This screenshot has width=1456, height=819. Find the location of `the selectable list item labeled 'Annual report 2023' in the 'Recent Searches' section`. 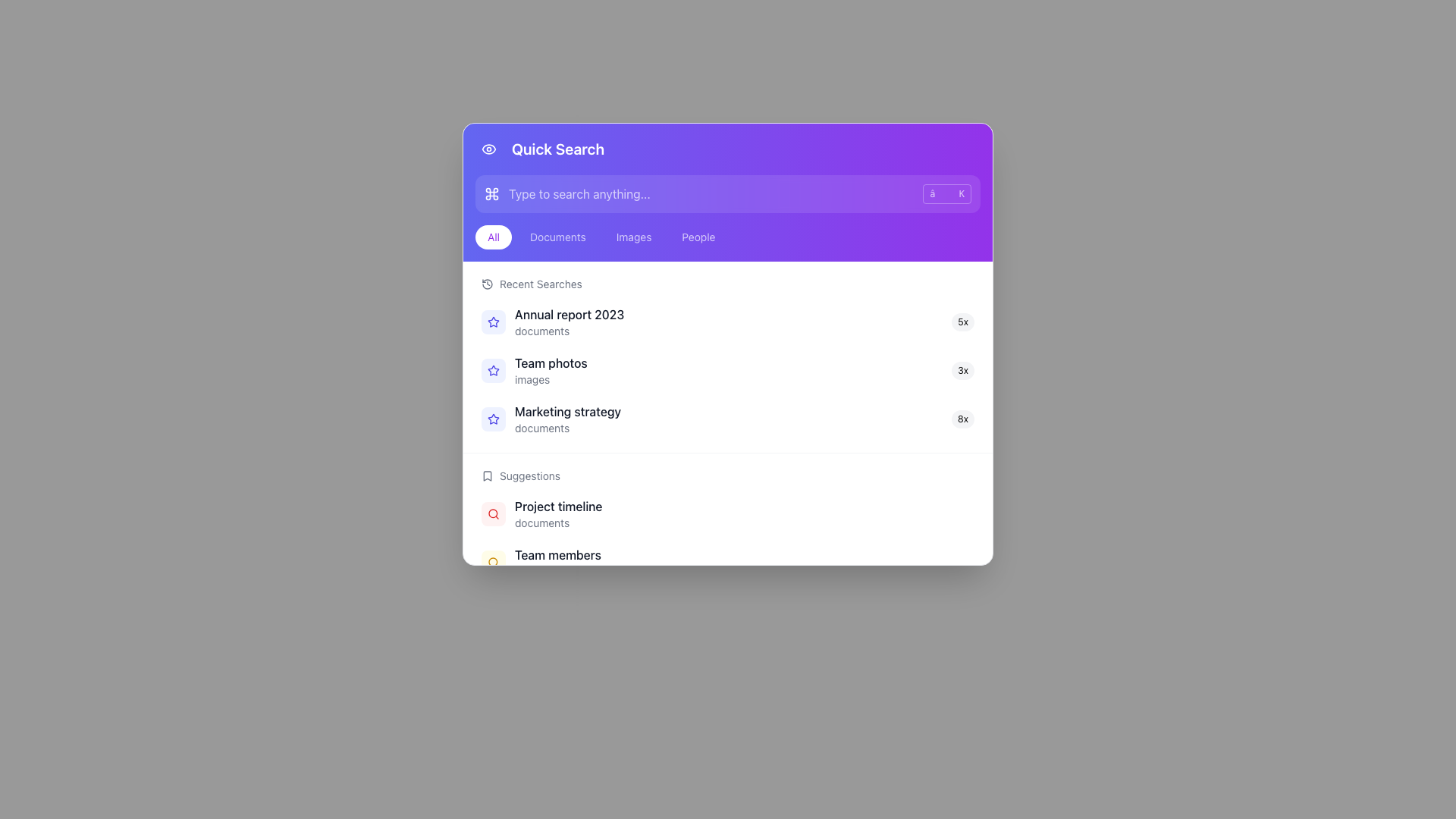

the selectable list item labeled 'Annual report 2023' in the 'Recent Searches' section is located at coordinates (729, 321).